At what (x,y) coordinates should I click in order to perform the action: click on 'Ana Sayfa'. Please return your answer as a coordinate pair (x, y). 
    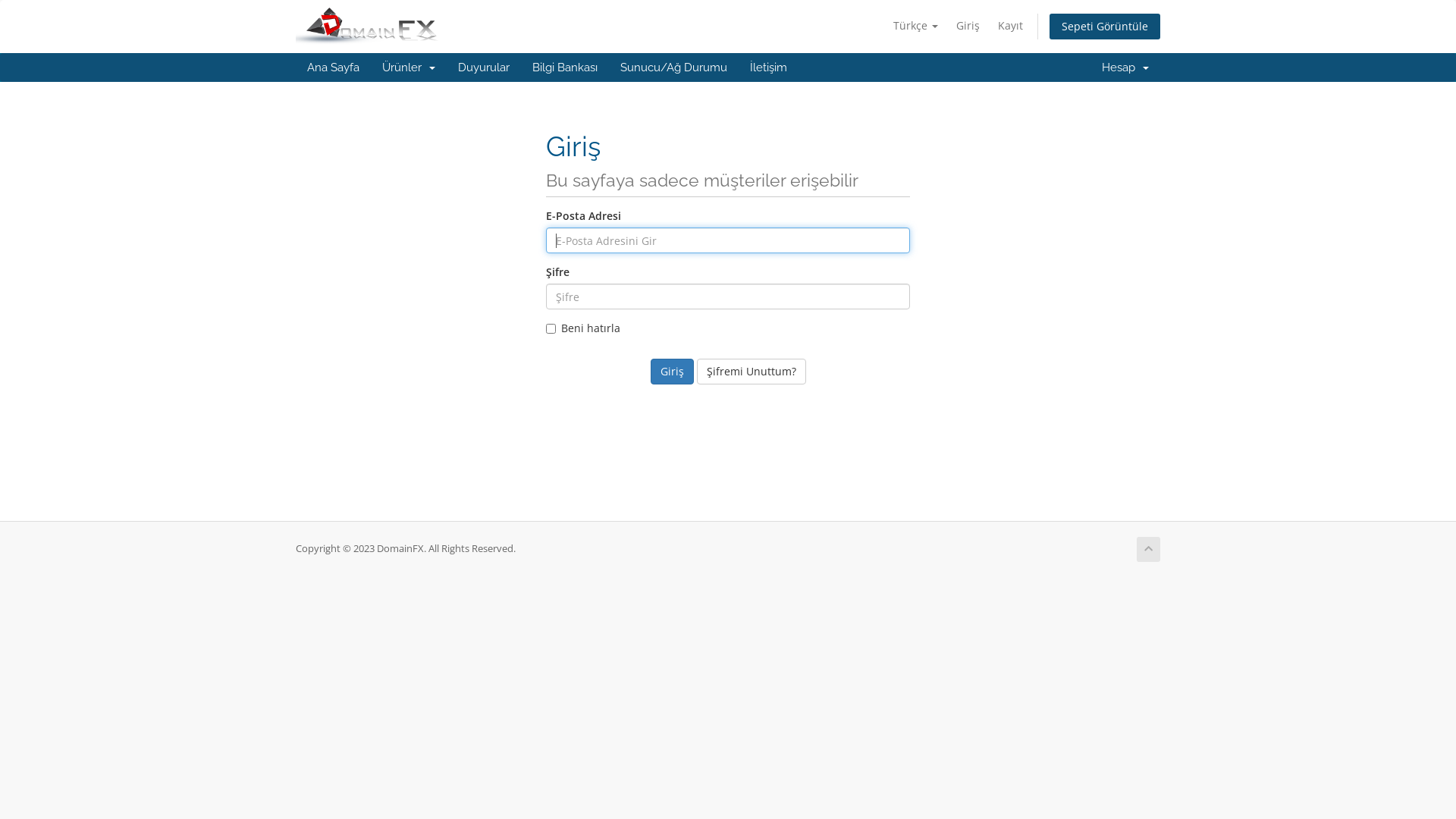
    Looking at the image, I should click on (295, 66).